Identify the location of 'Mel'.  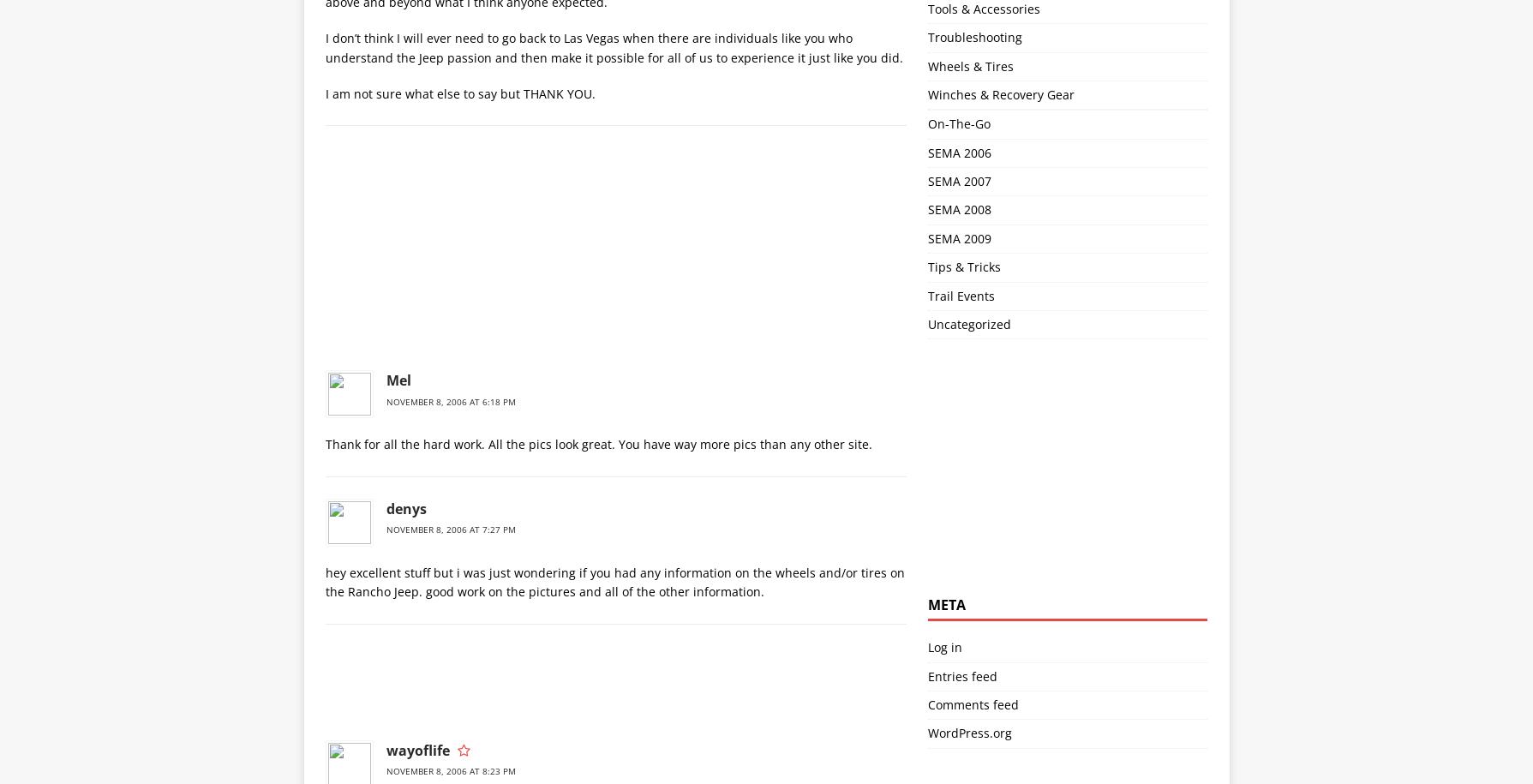
(397, 380).